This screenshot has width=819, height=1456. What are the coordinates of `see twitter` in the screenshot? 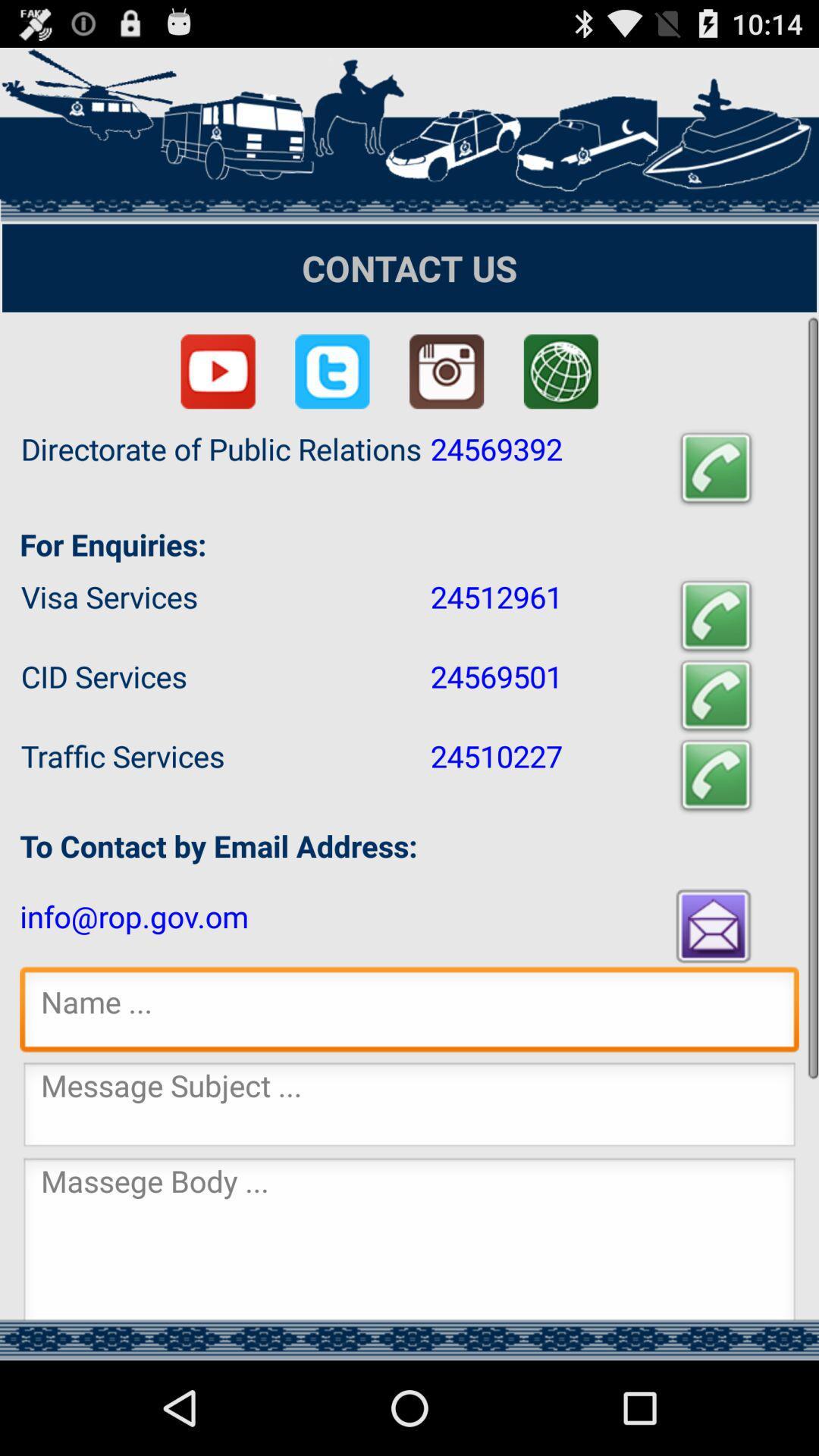 It's located at (331, 372).